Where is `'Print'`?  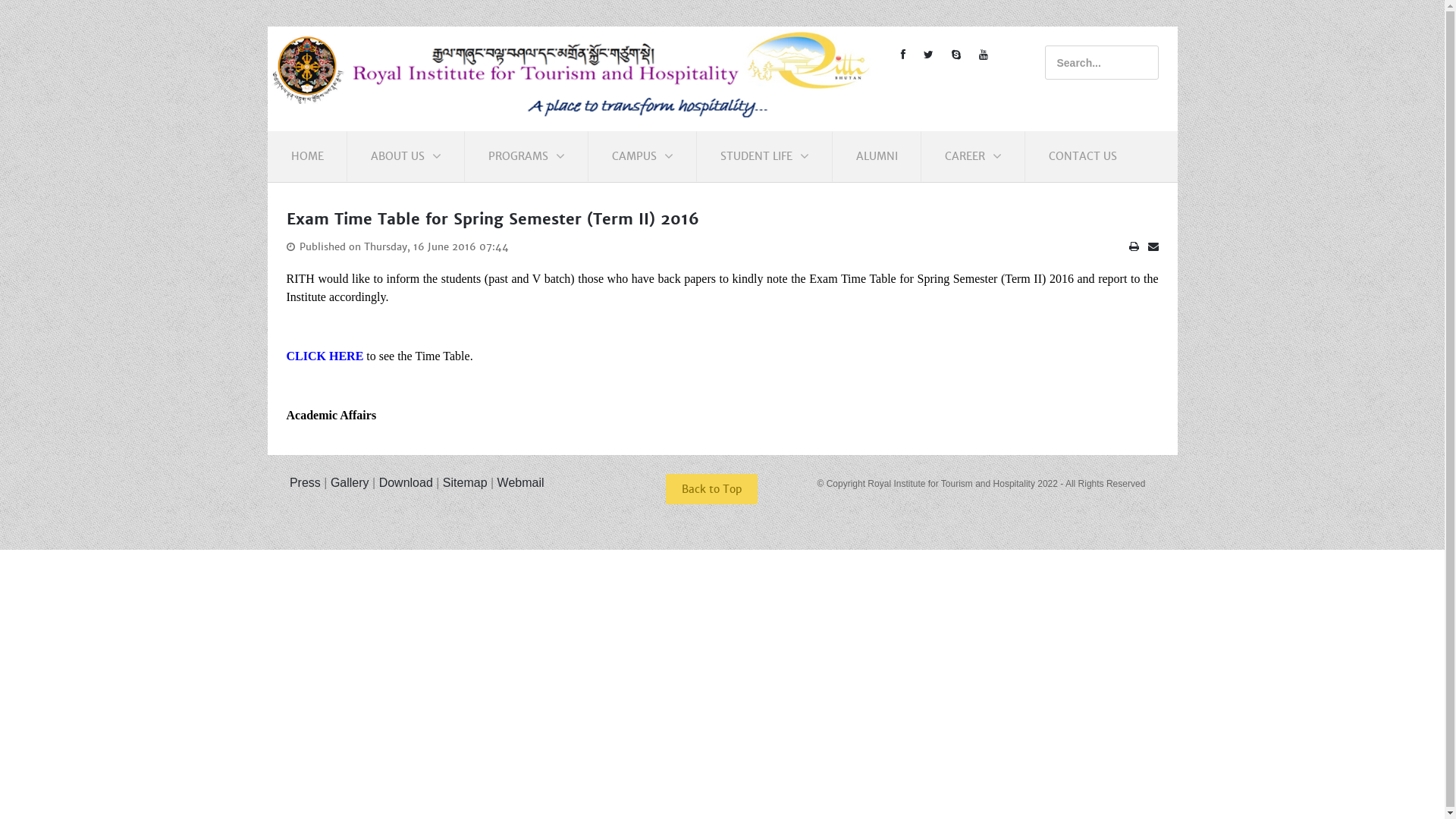 'Print' is located at coordinates (1128, 245).